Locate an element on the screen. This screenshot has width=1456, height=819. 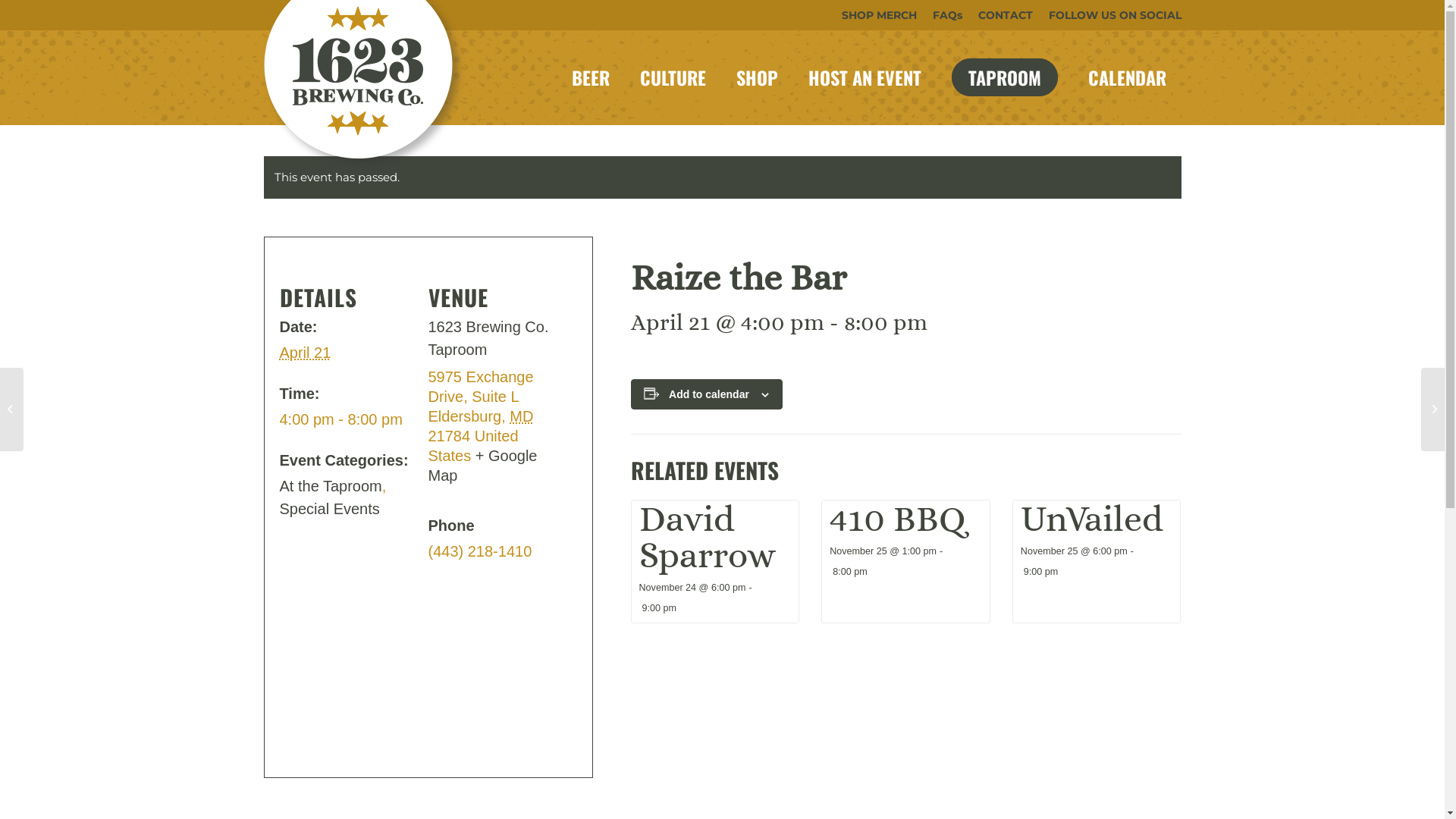
'SHOP' is located at coordinates (756, 77).